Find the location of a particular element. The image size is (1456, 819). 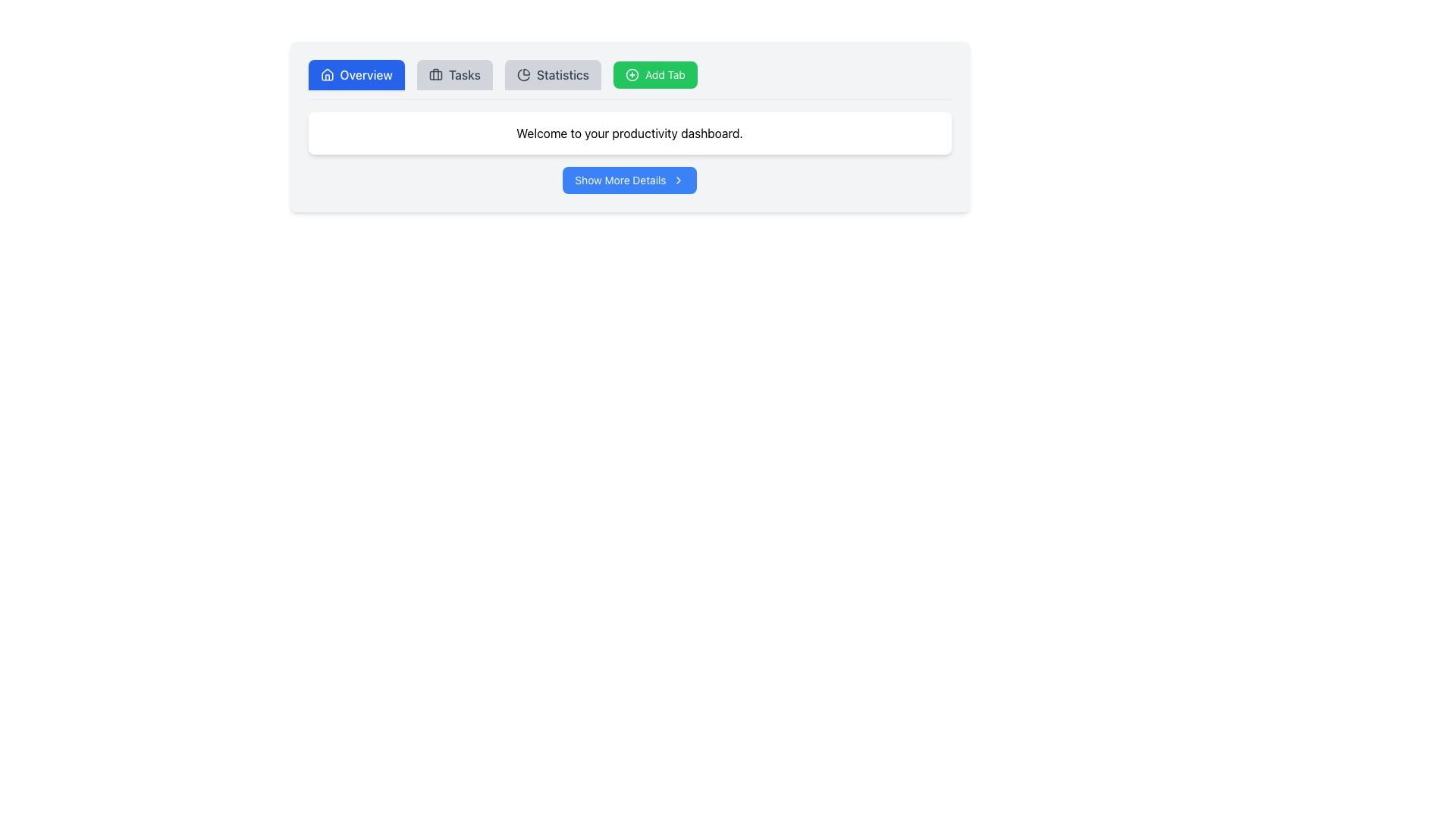

the rectangle inside the SVG illustration that is part of the 'Tasks' button in the toolbar at the top of the page is located at coordinates (435, 75).